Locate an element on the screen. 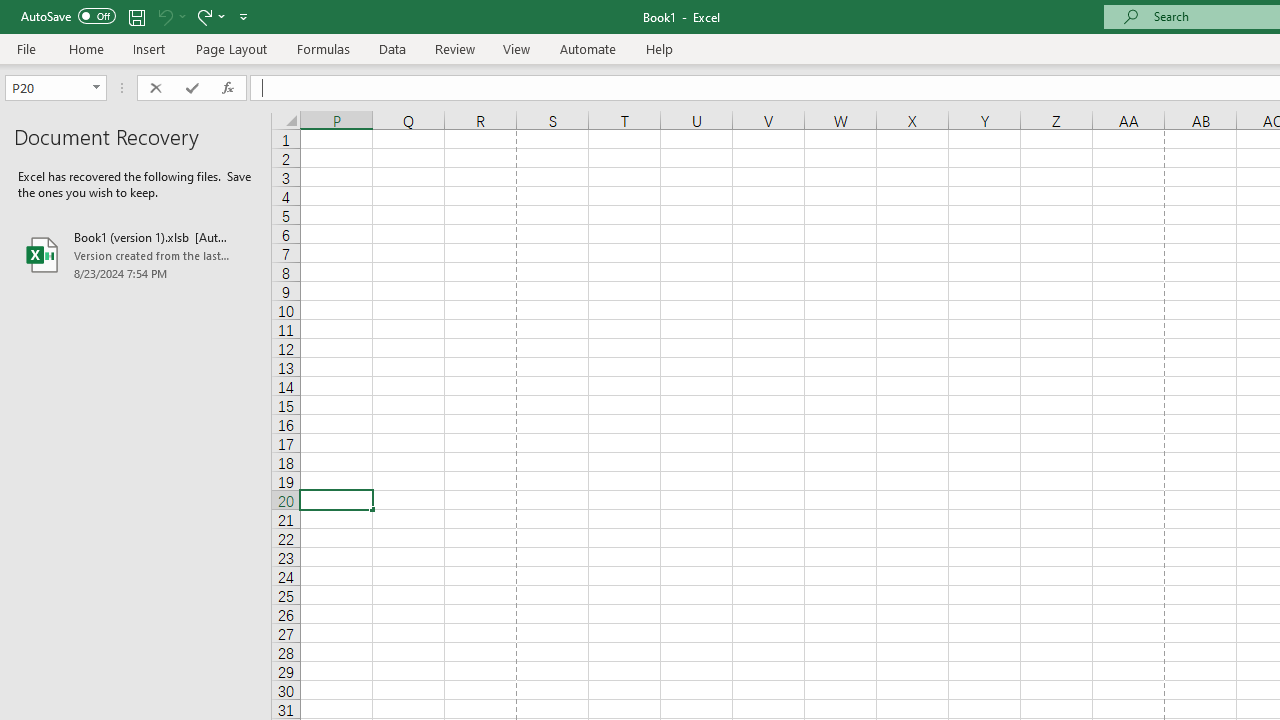 The image size is (1280, 720). 'Save' is located at coordinates (135, 16).